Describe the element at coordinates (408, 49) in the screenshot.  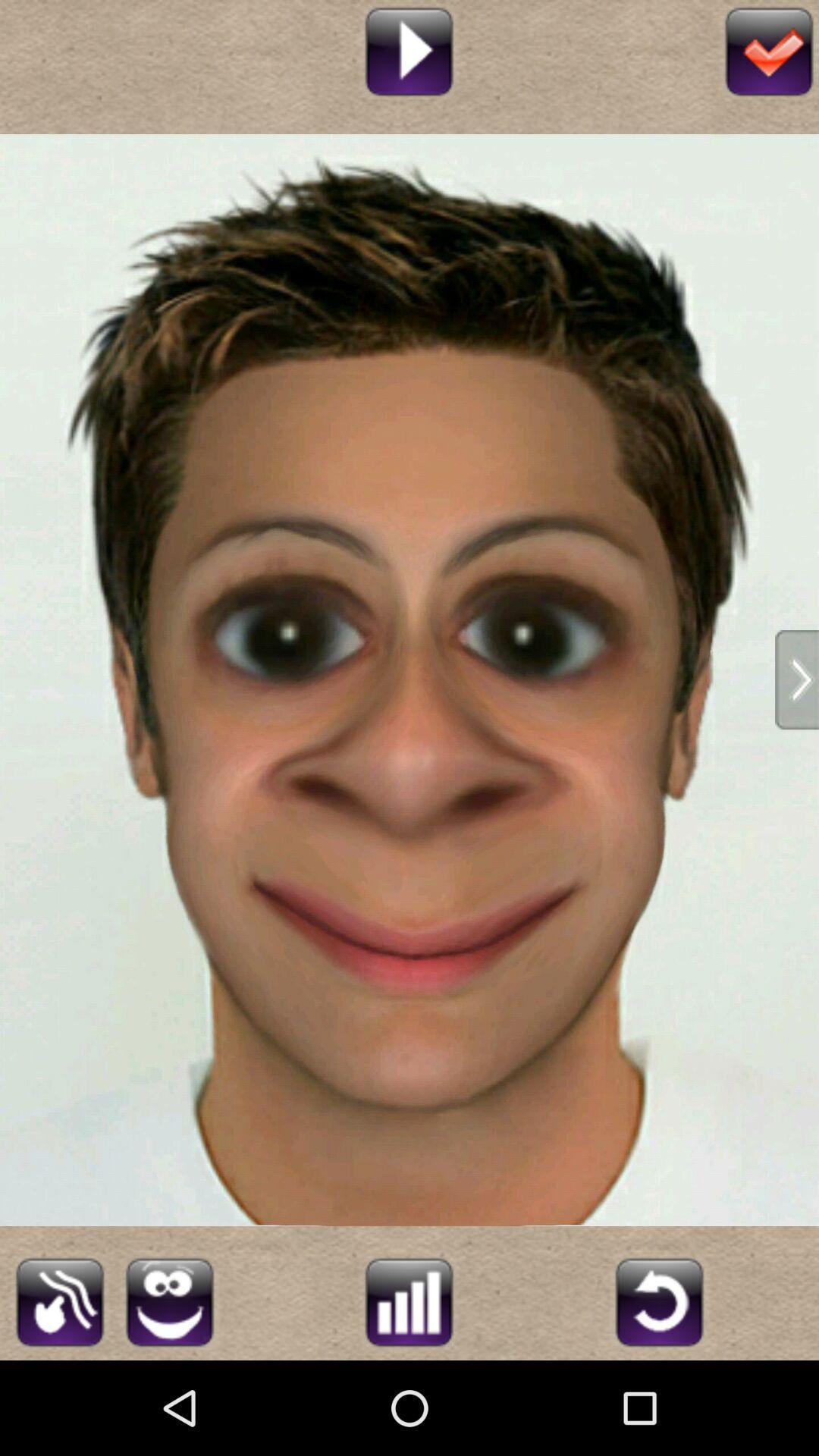
I see `play` at that location.